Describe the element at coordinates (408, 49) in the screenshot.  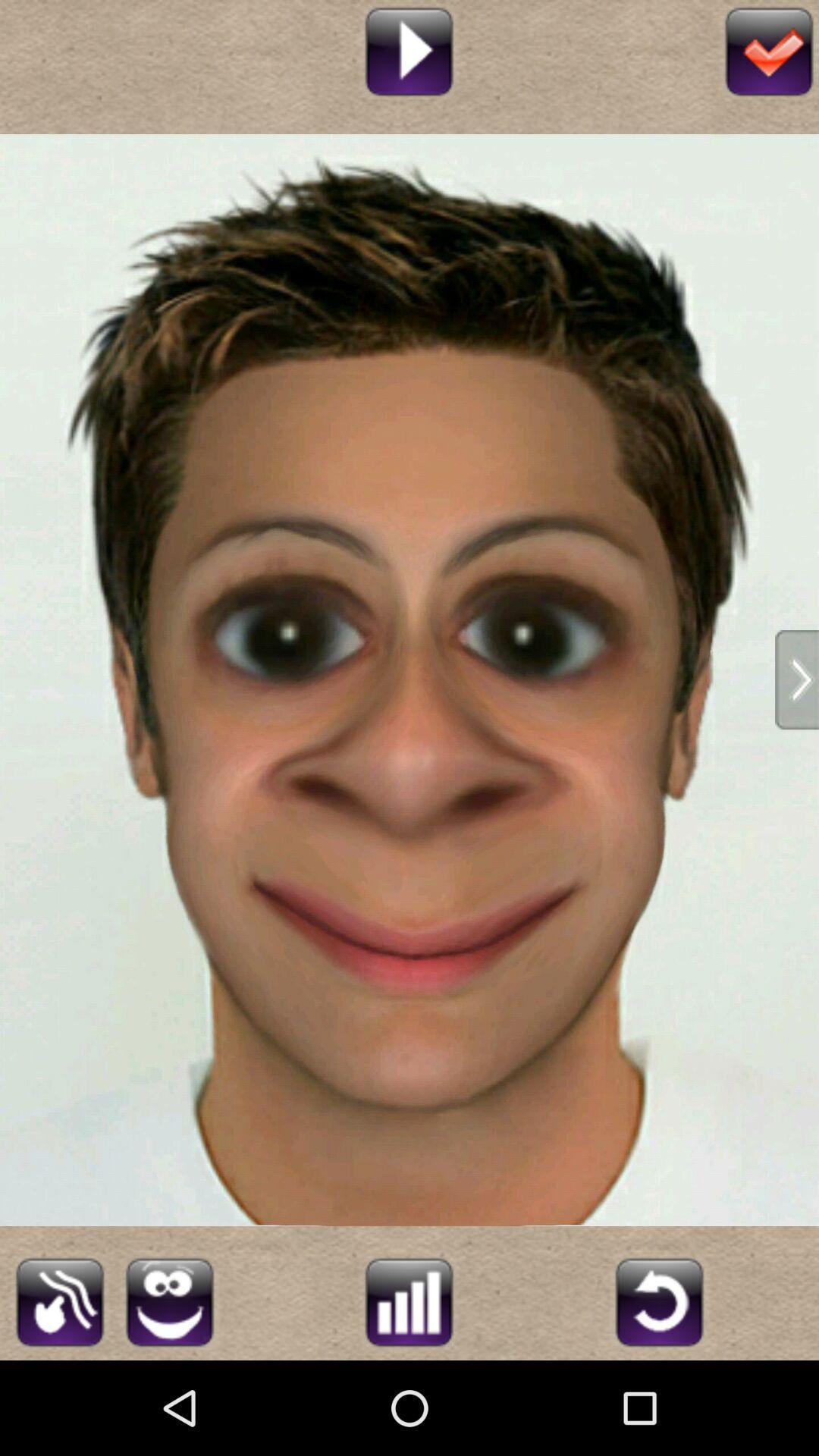
I see `play` at that location.